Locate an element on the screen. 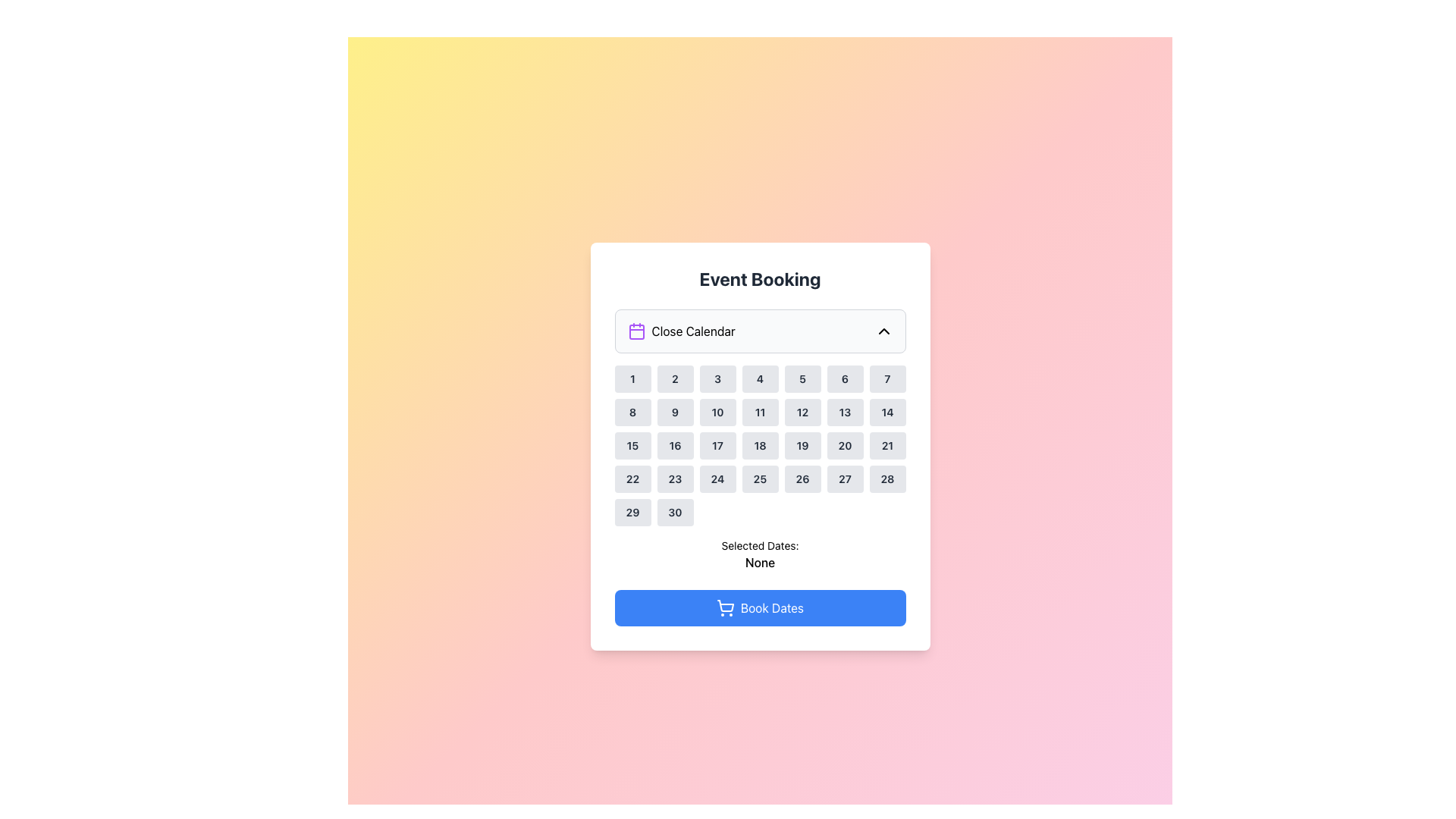 This screenshot has height=819, width=1456. the small, rounded rectangular button with a light gray background and the text '26' is located at coordinates (802, 479).